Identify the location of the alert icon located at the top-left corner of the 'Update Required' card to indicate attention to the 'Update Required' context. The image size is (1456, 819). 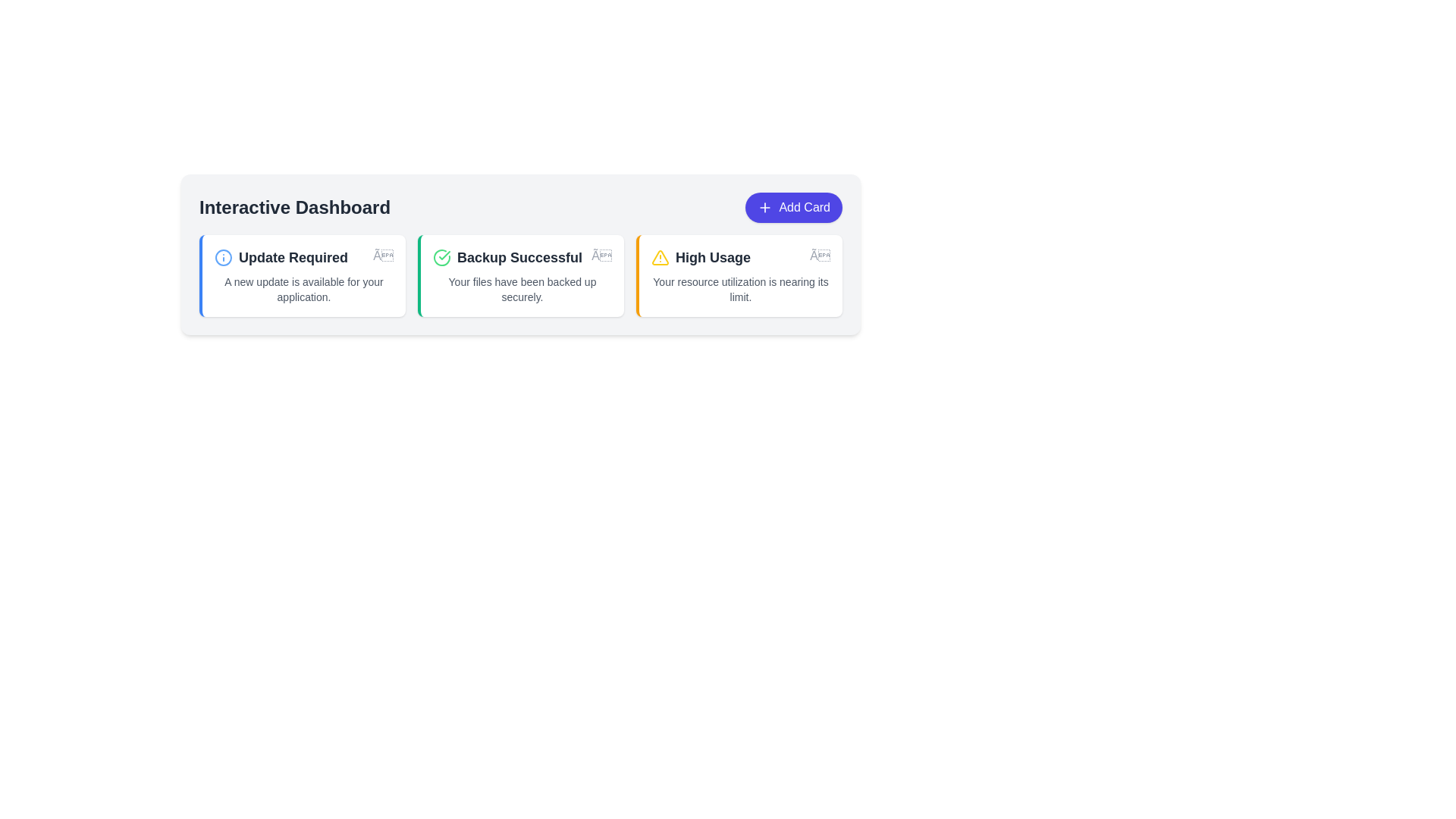
(222, 256).